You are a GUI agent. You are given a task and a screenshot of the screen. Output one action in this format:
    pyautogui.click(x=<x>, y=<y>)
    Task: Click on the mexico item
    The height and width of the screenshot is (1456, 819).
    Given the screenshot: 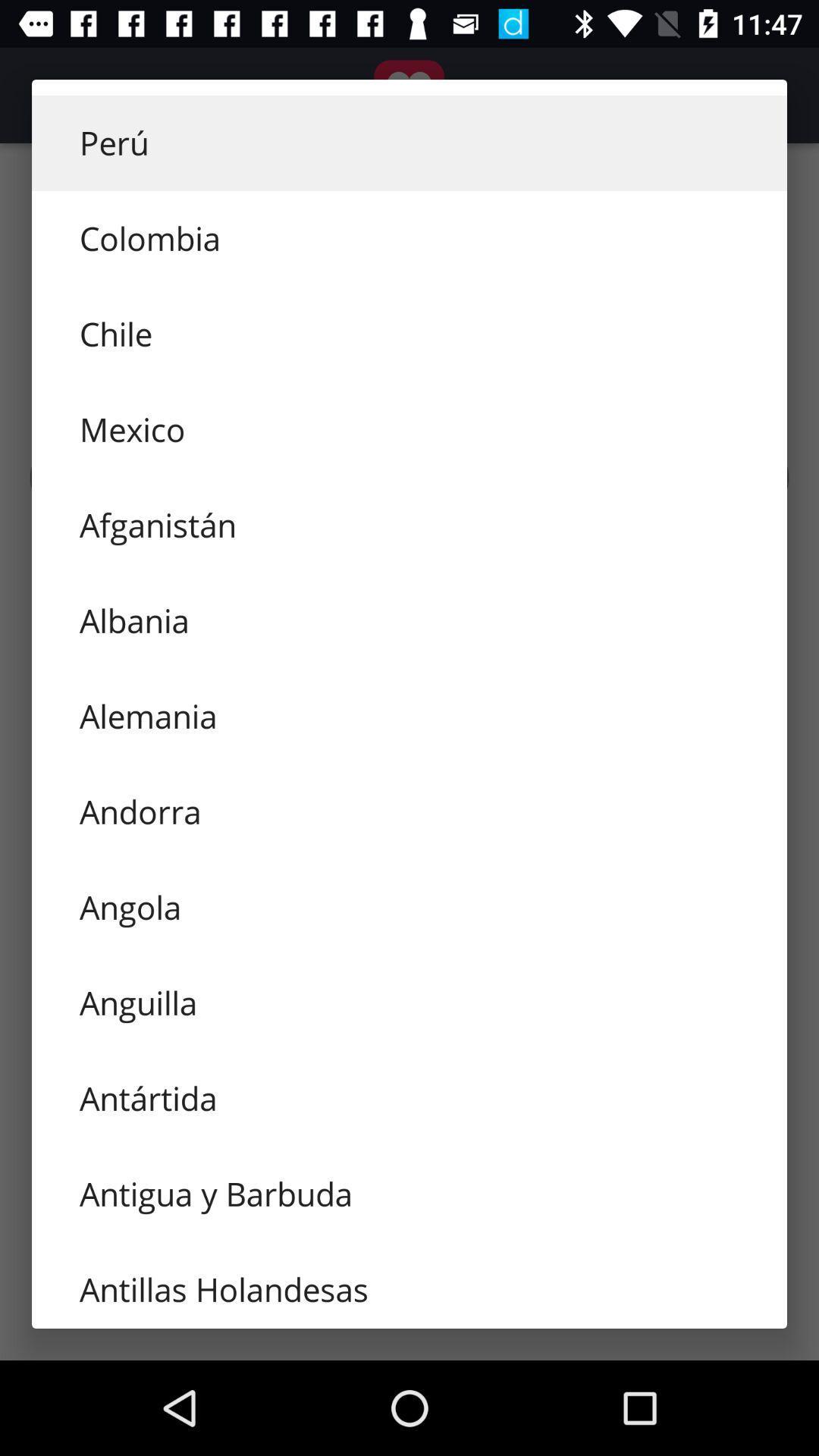 What is the action you would take?
    pyautogui.click(x=409, y=428)
    